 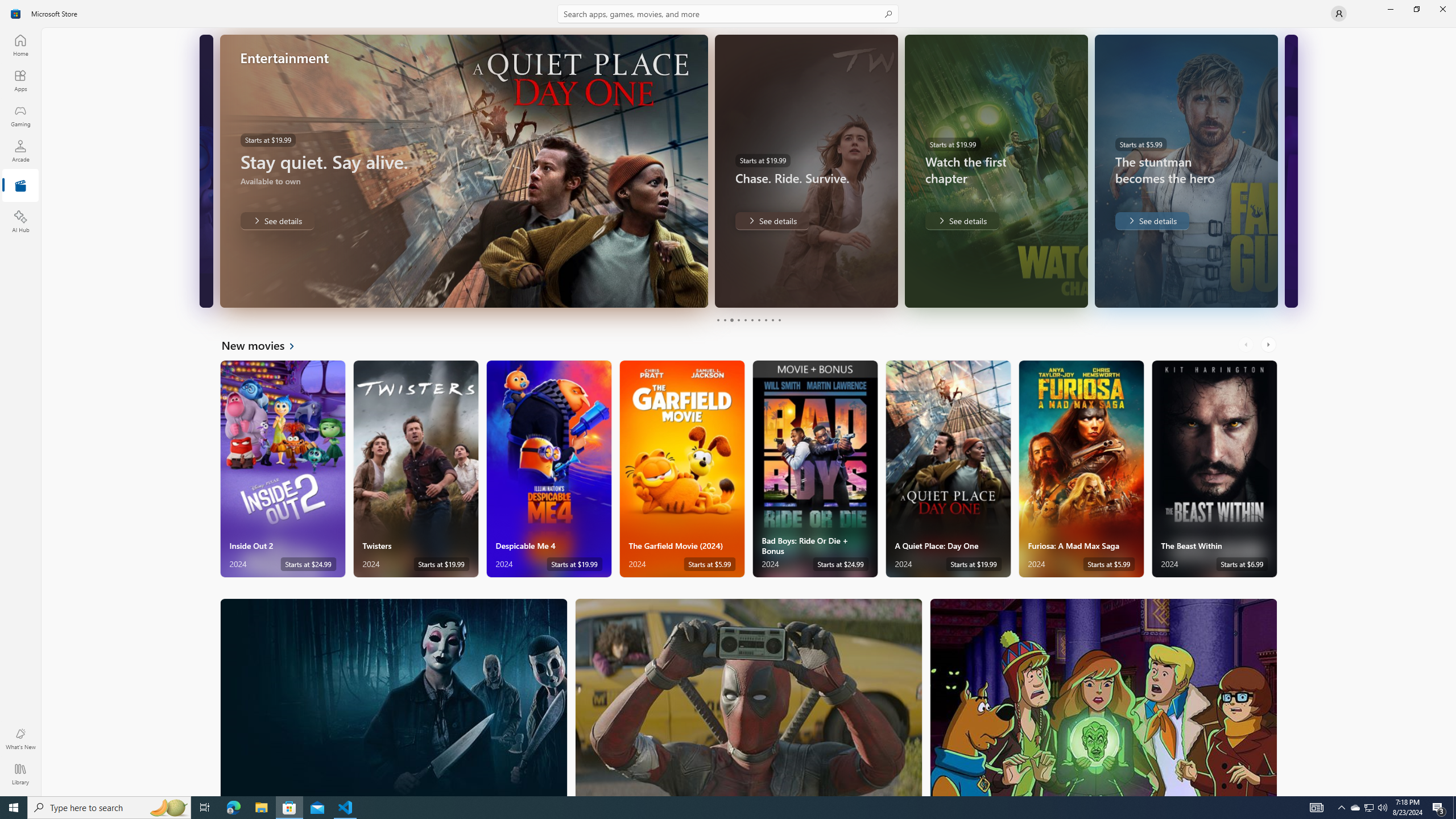 I want to click on 'Search', so click(x=728, y=13).